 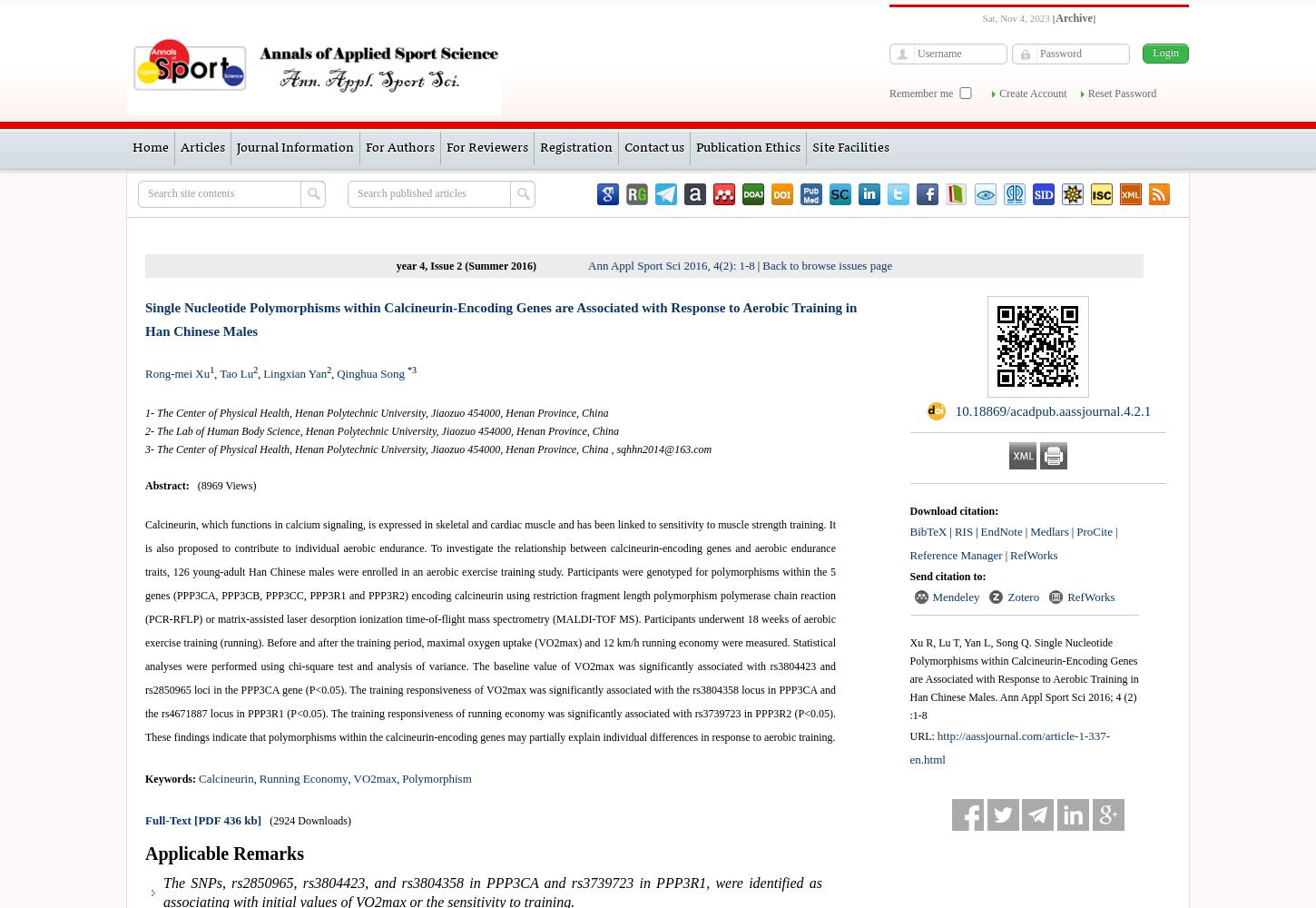 What do you see at coordinates (671, 265) in the screenshot?
I see `'Ann Appl Sport Sci 2016, 4(2): 1-8'` at bounding box center [671, 265].